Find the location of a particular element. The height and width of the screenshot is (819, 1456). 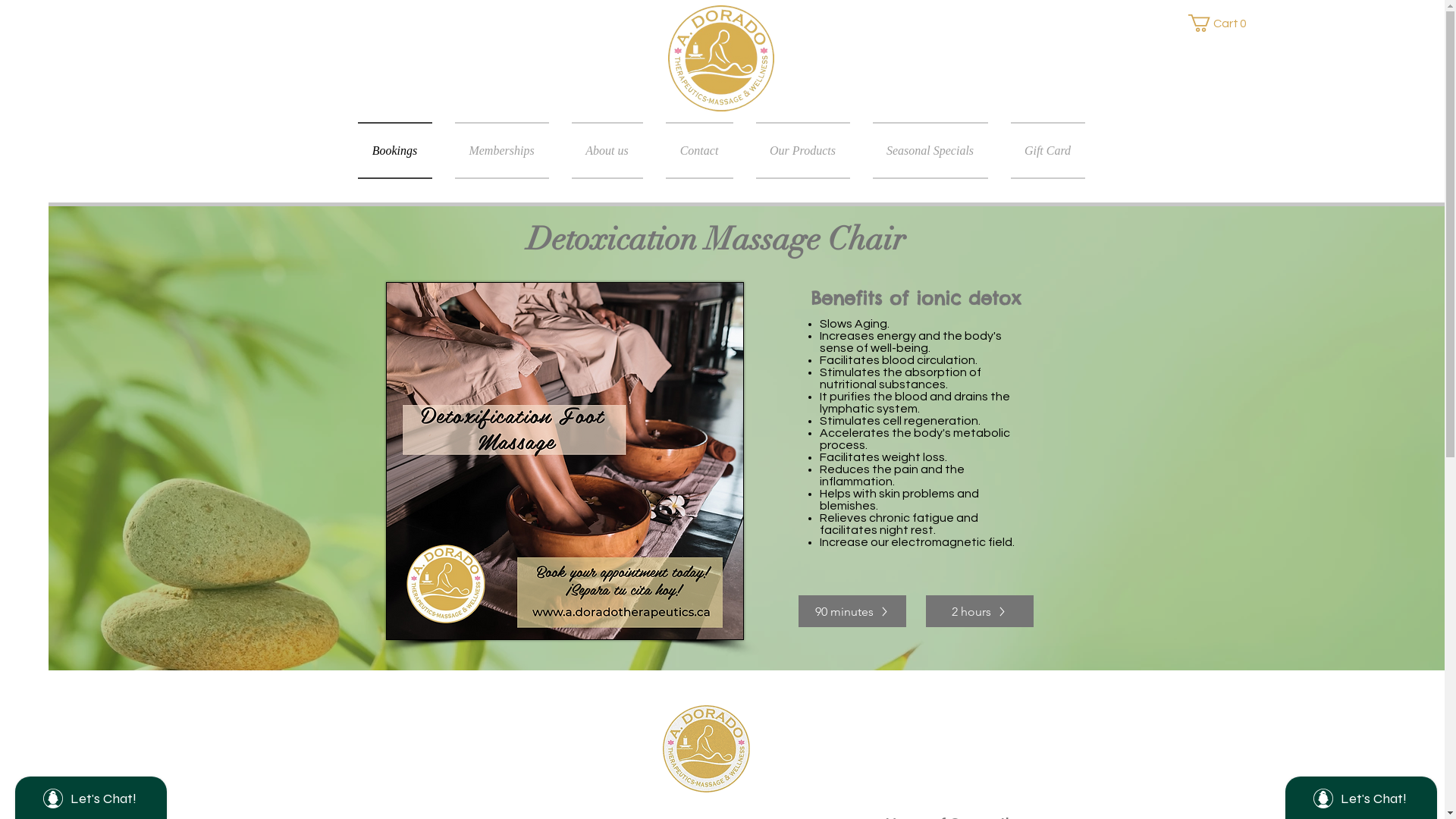

'Our Products' is located at coordinates (802, 150).